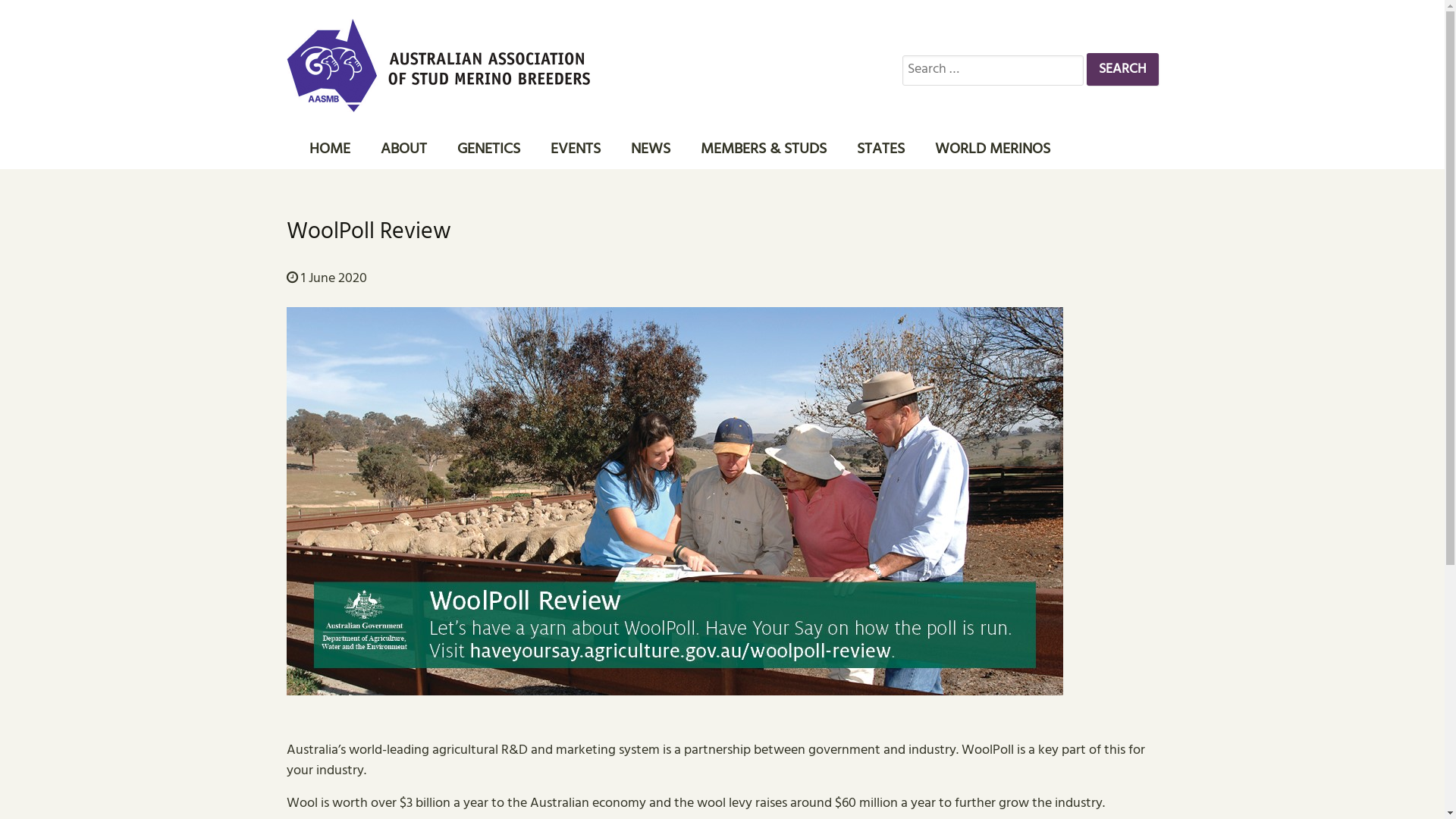 This screenshot has height=819, width=1456. What do you see at coordinates (993, 70) in the screenshot?
I see `'Search for:'` at bounding box center [993, 70].